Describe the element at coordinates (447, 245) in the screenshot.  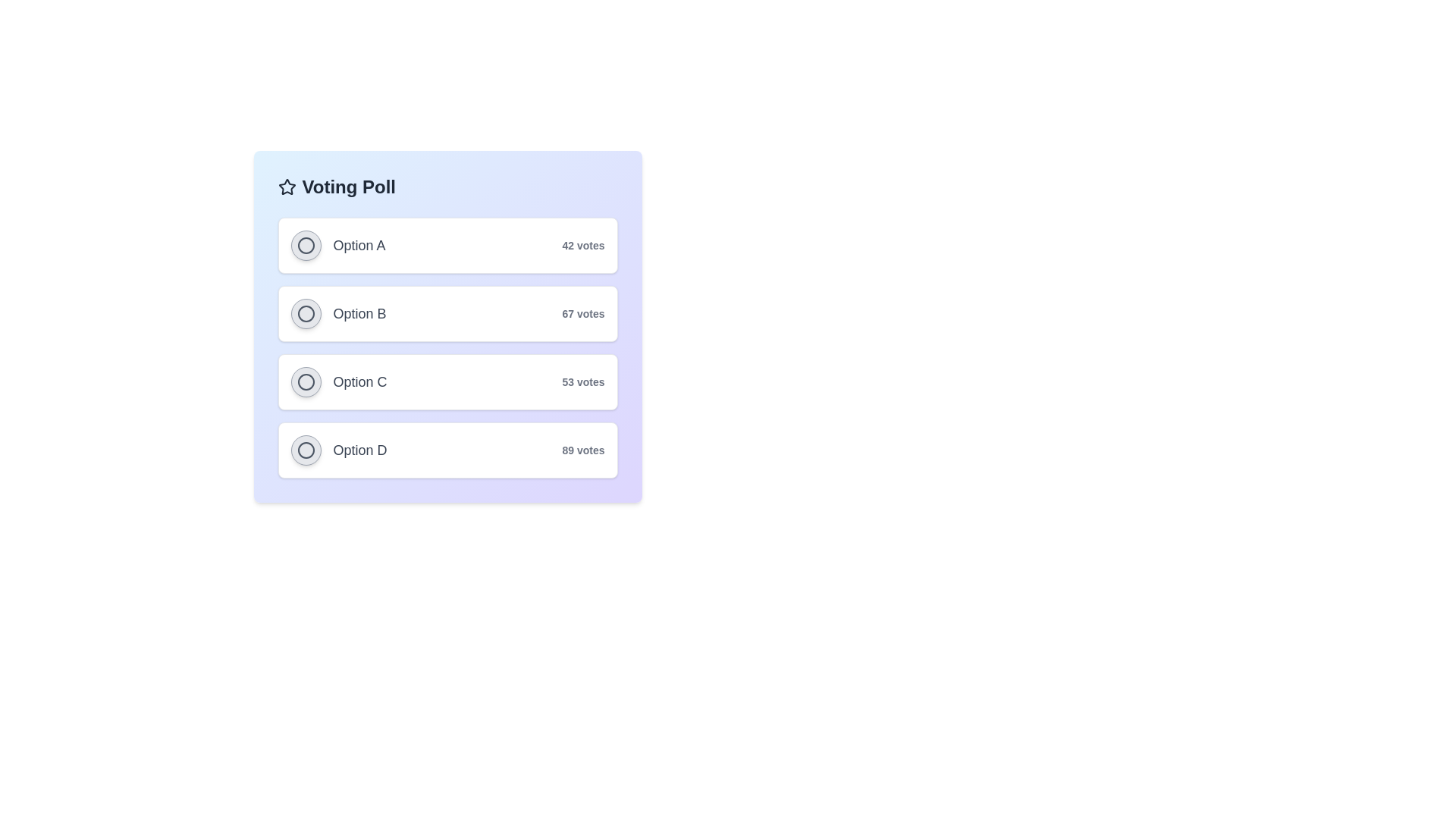
I see `the circular radio button labeled 'Option A' on the topmost card in the voting poll` at that location.